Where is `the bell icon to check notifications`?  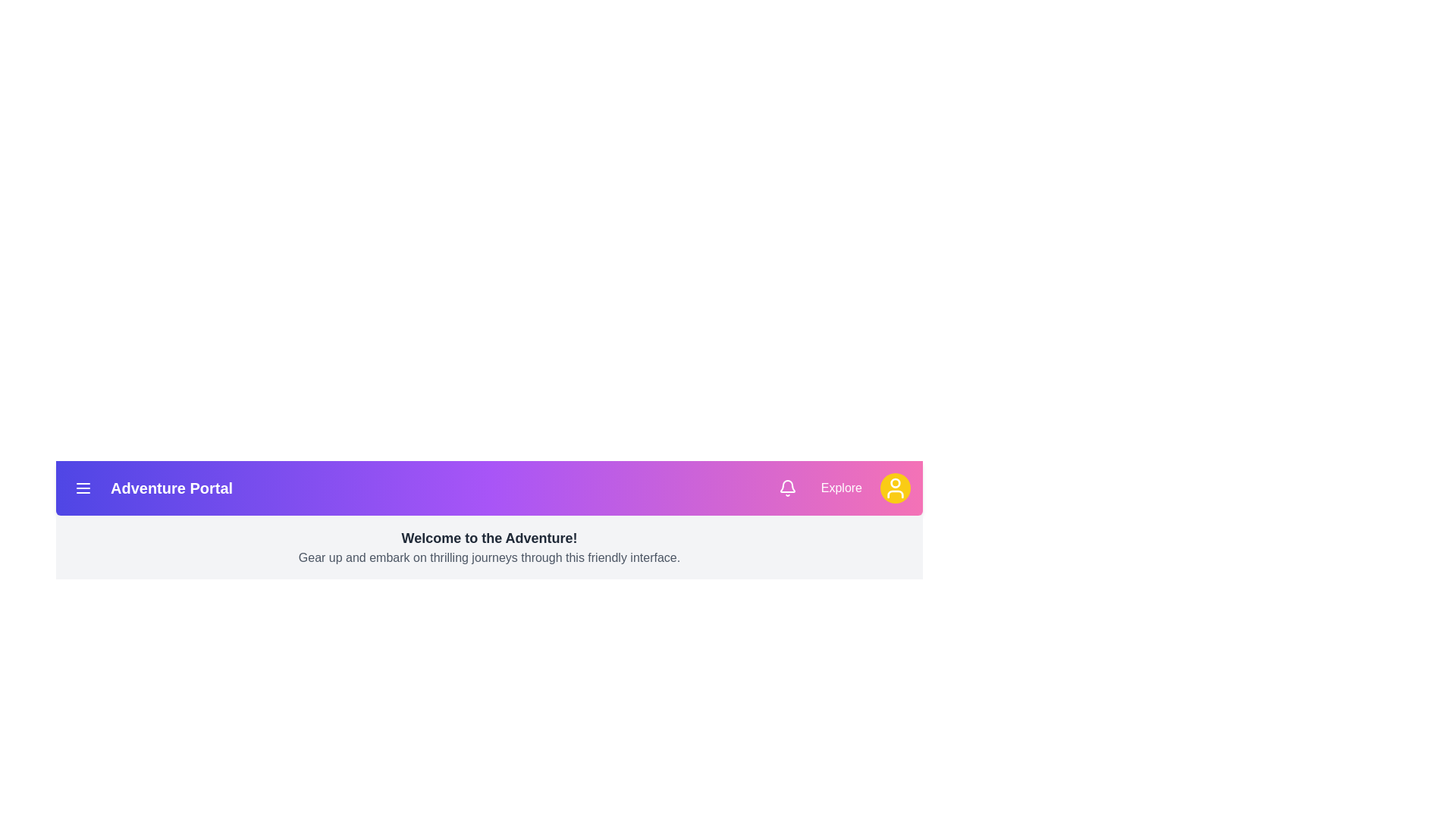 the bell icon to check notifications is located at coordinates (787, 488).